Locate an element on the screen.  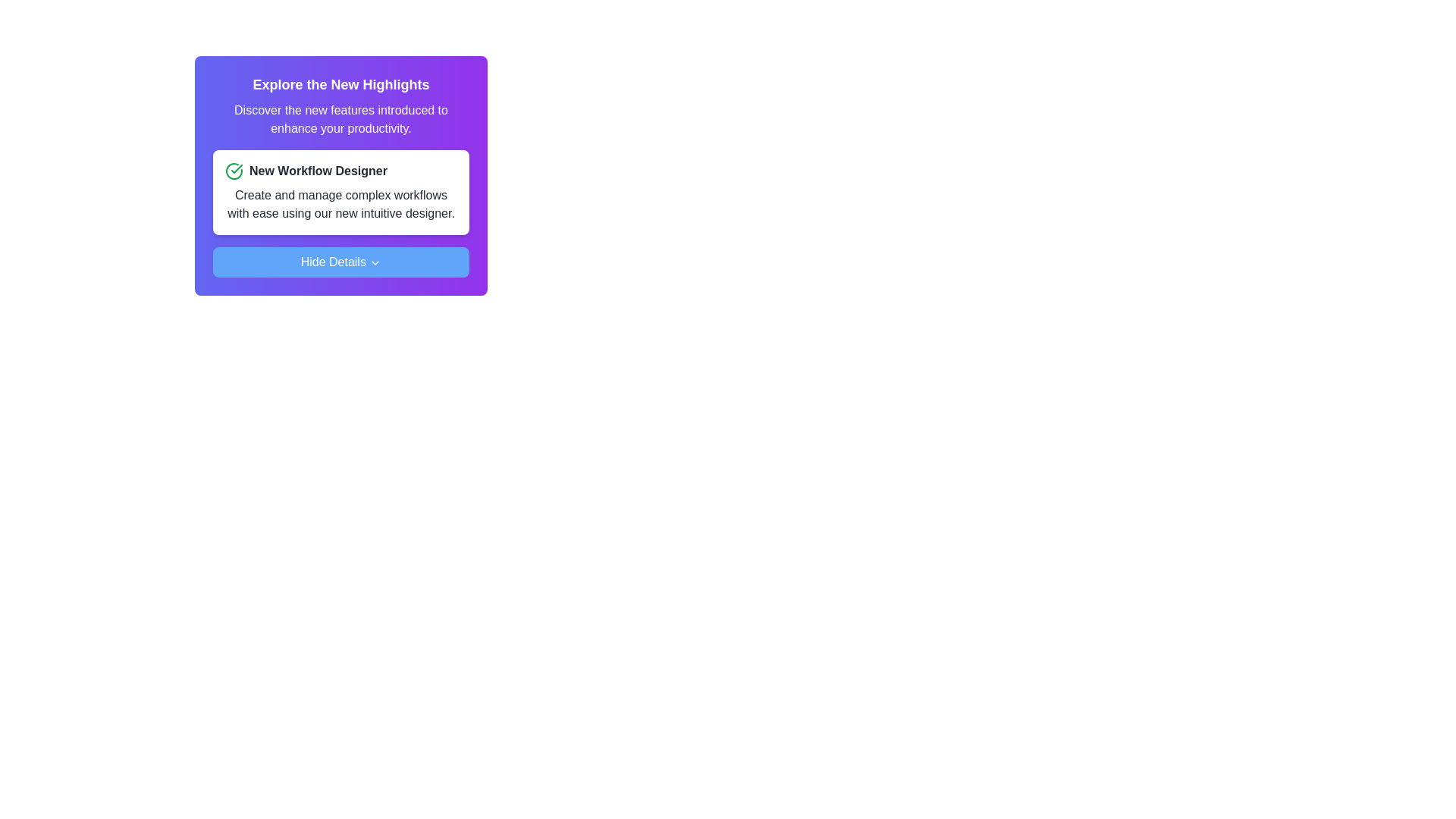
the Text Description element that provides information about the new workflow designer, located below the header 'New Workflow Designer' is located at coordinates (340, 205).